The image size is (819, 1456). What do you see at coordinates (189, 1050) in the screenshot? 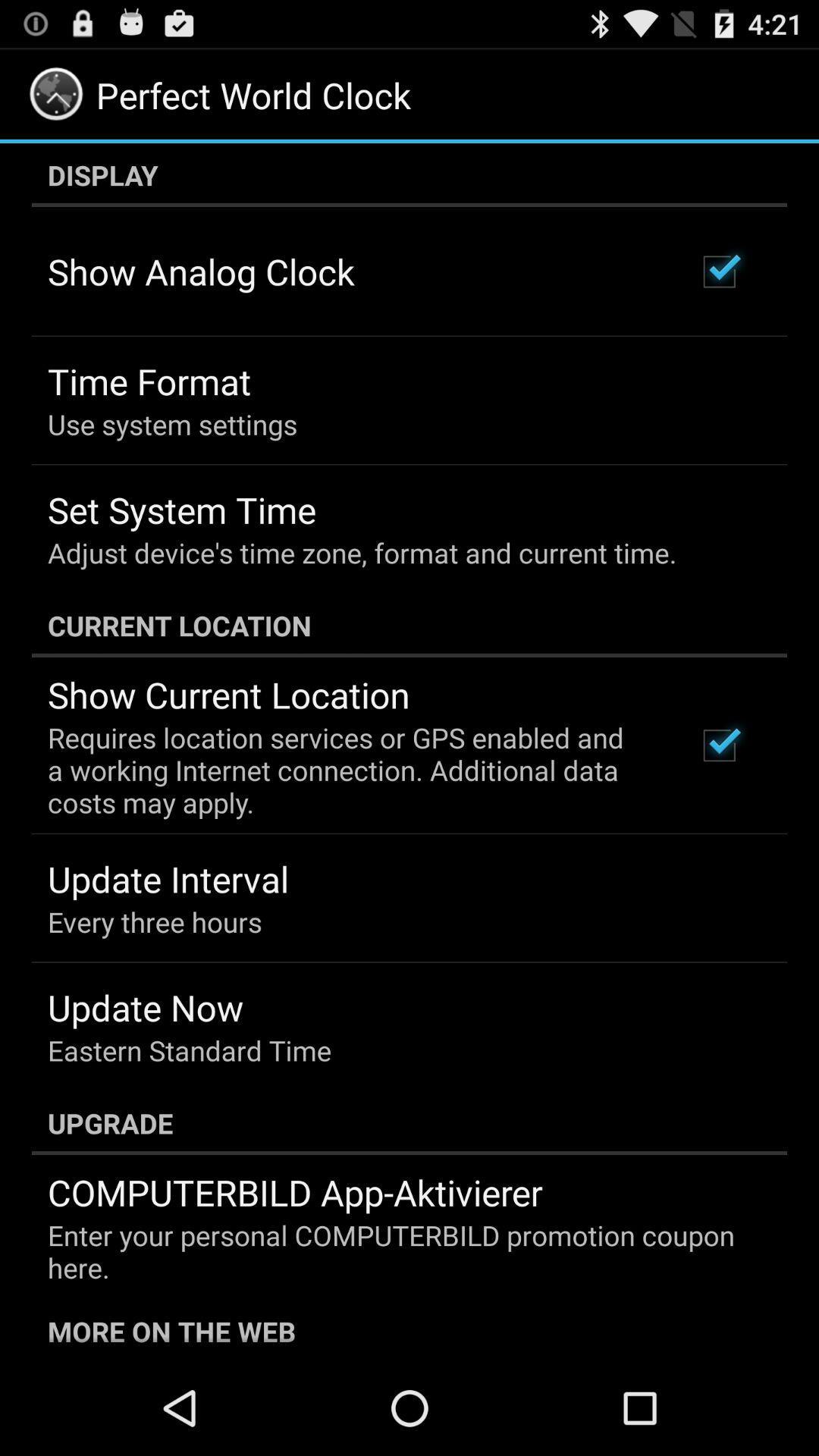
I see `the eastern standard time` at bounding box center [189, 1050].